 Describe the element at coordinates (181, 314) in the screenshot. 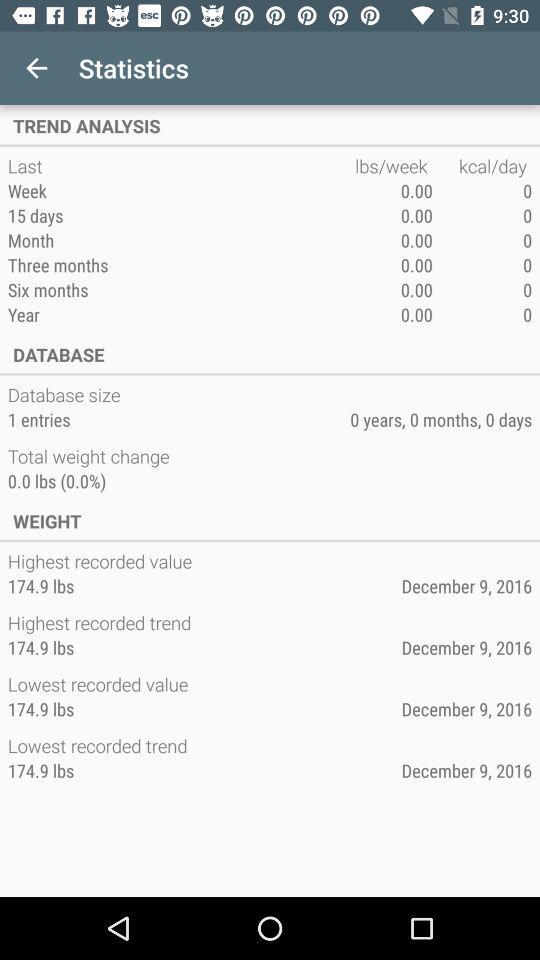

I see `year` at that location.